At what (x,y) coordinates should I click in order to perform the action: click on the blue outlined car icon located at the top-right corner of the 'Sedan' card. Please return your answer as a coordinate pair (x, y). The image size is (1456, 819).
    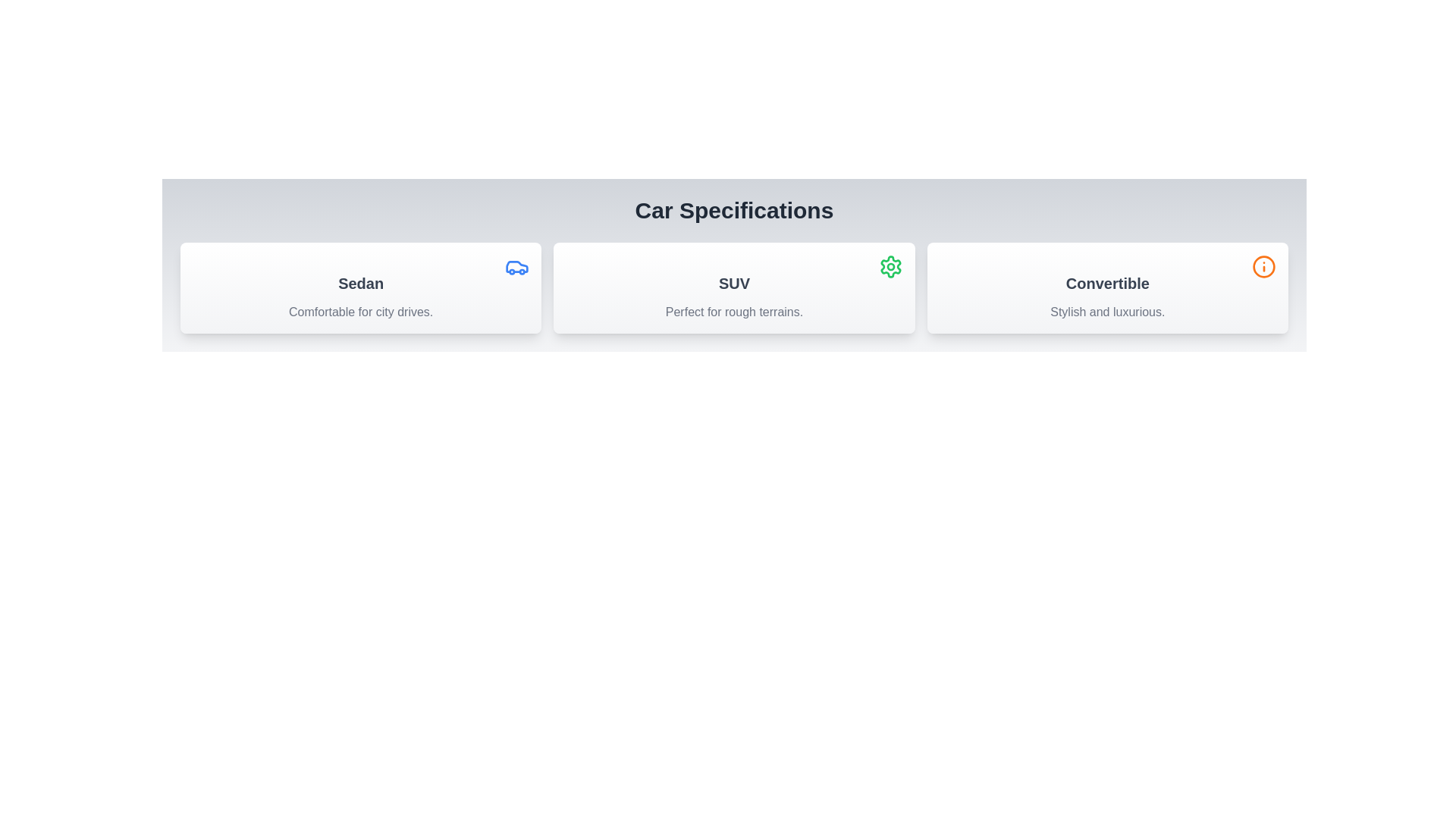
    Looking at the image, I should click on (517, 265).